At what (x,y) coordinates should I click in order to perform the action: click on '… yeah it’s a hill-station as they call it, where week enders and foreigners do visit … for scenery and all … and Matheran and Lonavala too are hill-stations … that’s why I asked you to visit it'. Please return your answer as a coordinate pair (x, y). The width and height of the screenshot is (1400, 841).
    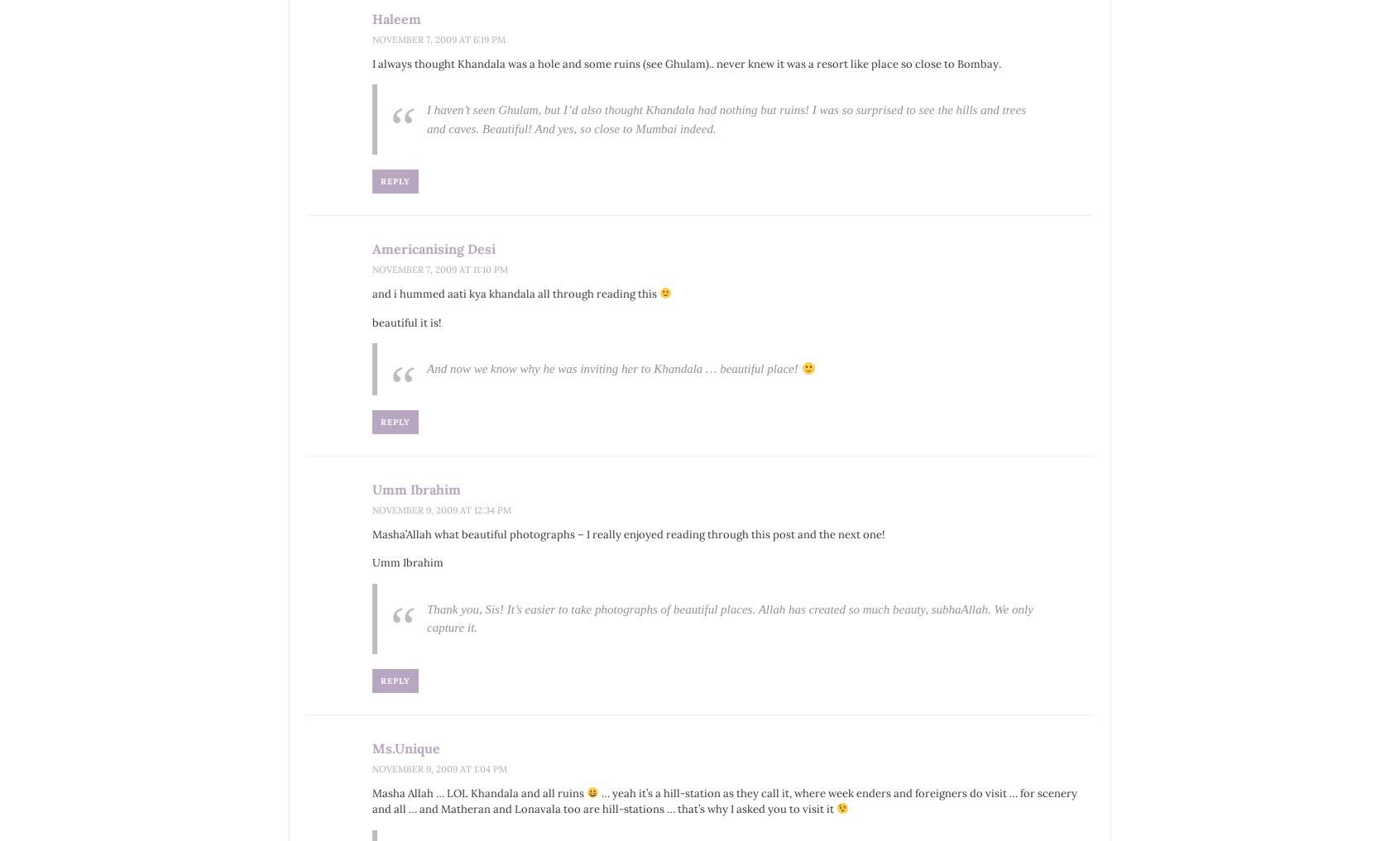
    Looking at the image, I should click on (723, 800).